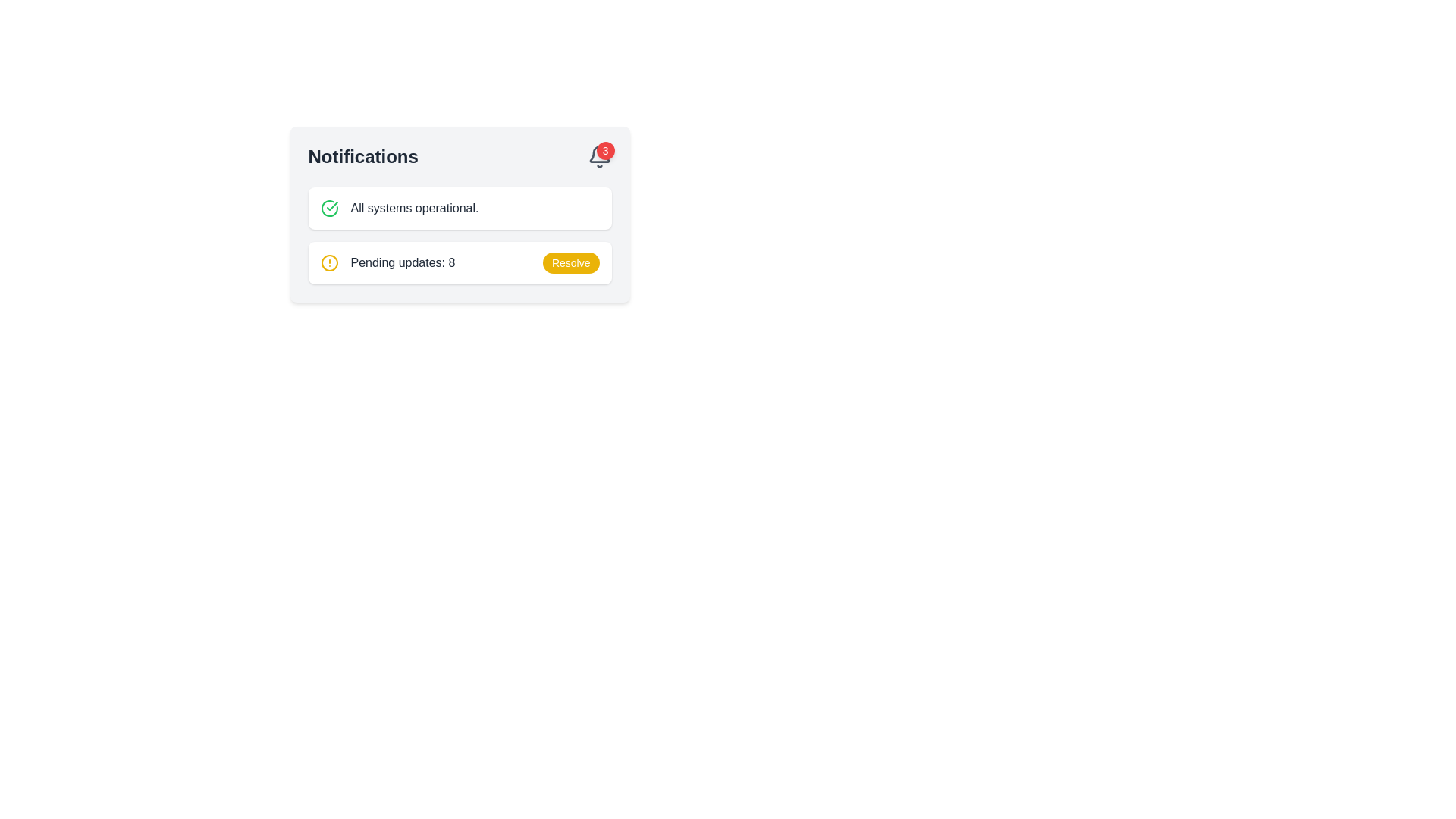  What do you see at coordinates (328, 262) in the screenshot?
I see `the circular icon that visually indicates pending updates, located to the left of the text 'Pending updates: 8' and adjacent to the yellow 'Resolve' button` at bounding box center [328, 262].